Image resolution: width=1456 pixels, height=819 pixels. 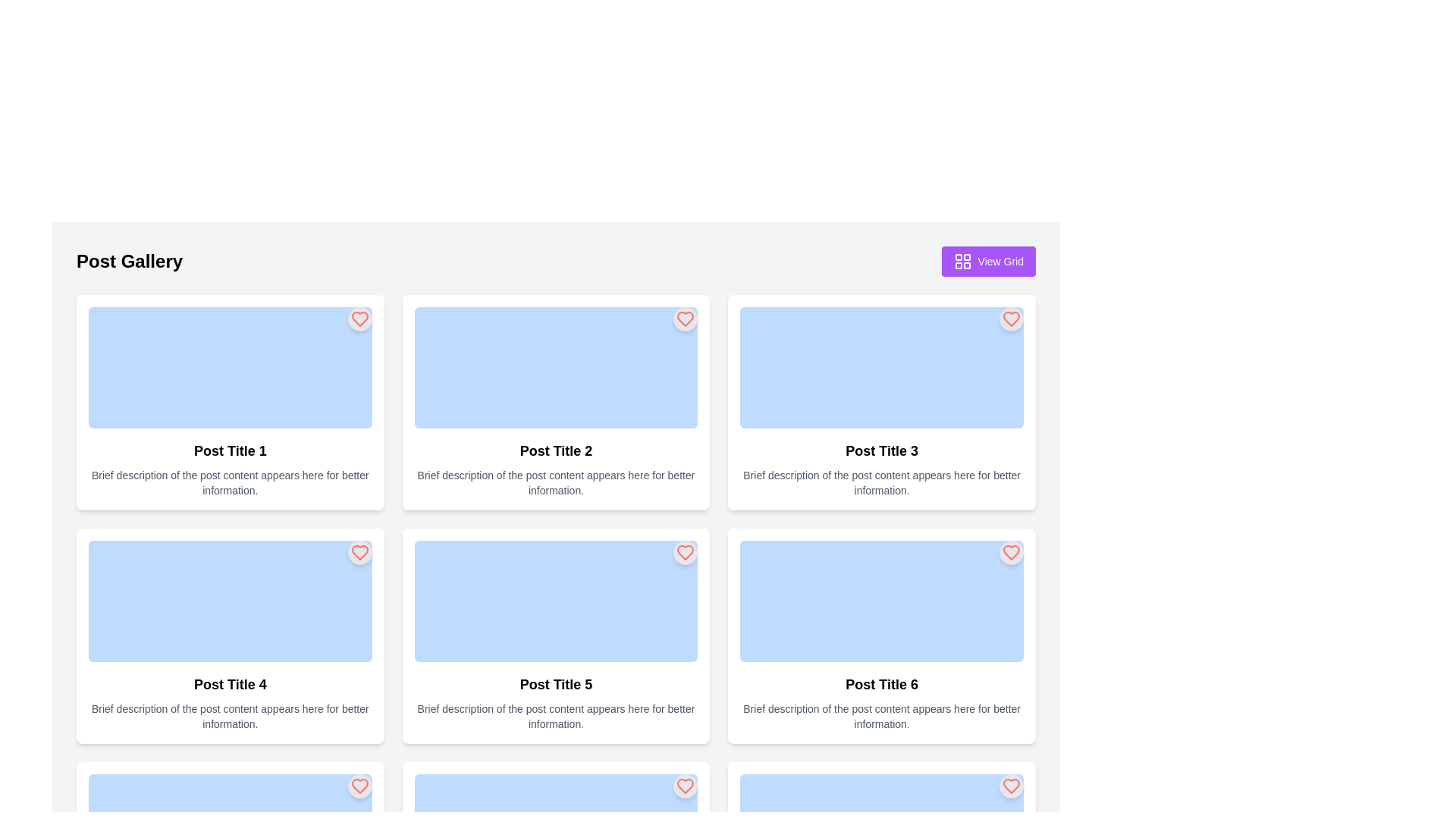 What do you see at coordinates (555, 482) in the screenshot?
I see `the text label displaying 'Brief description of the post content appears here for better information.' located below the title 'Post Title 2' in the second post card` at bounding box center [555, 482].